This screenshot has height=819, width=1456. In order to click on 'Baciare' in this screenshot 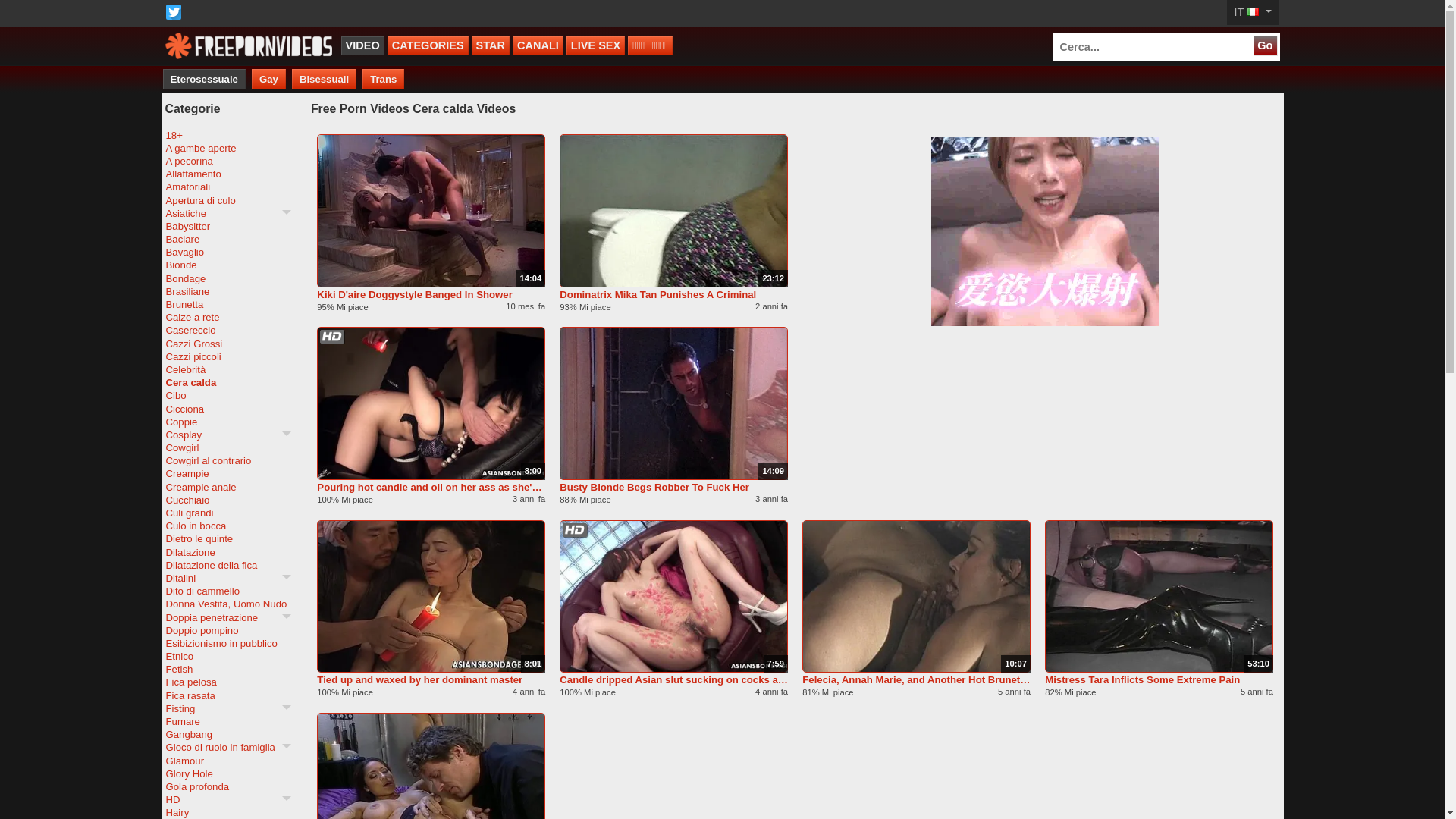, I will do `click(227, 239)`.